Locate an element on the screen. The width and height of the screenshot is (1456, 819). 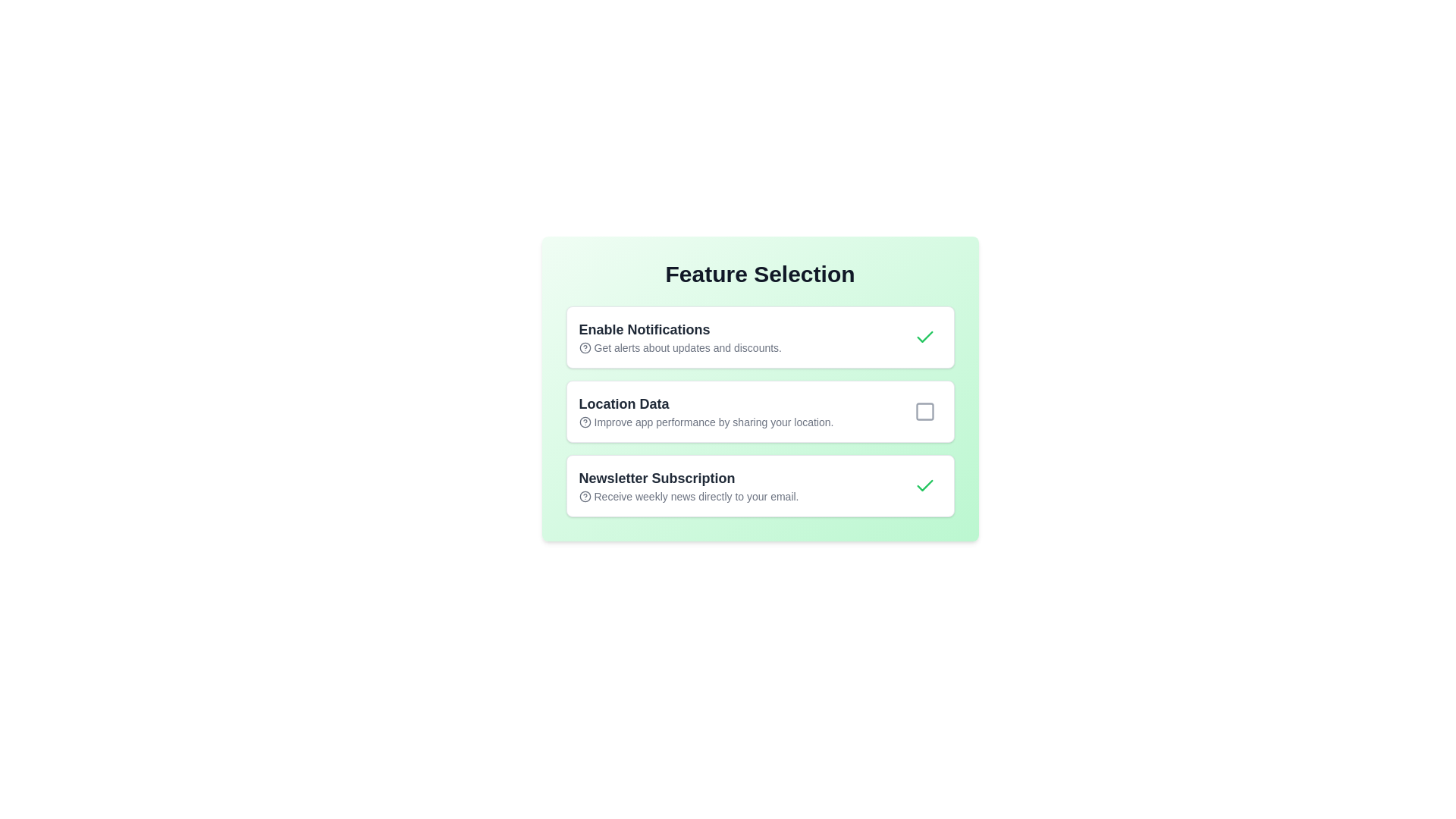
the toggle button for location sharing located in the second item of the vertically aligned list within the 'Location Data' card, positioned to the right of the text content is located at coordinates (924, 412).